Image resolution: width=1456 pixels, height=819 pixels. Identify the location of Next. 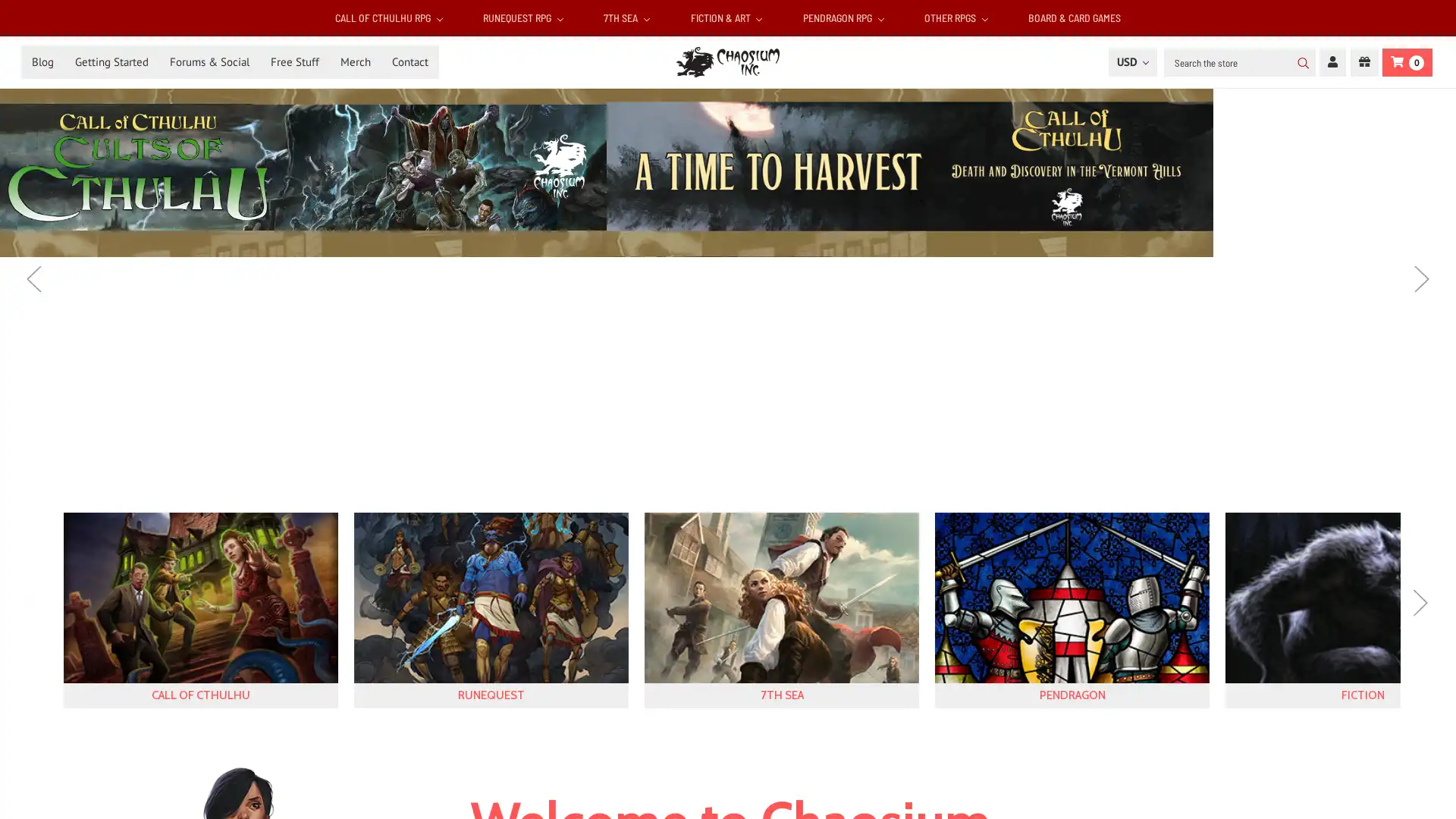
(1421, 278).